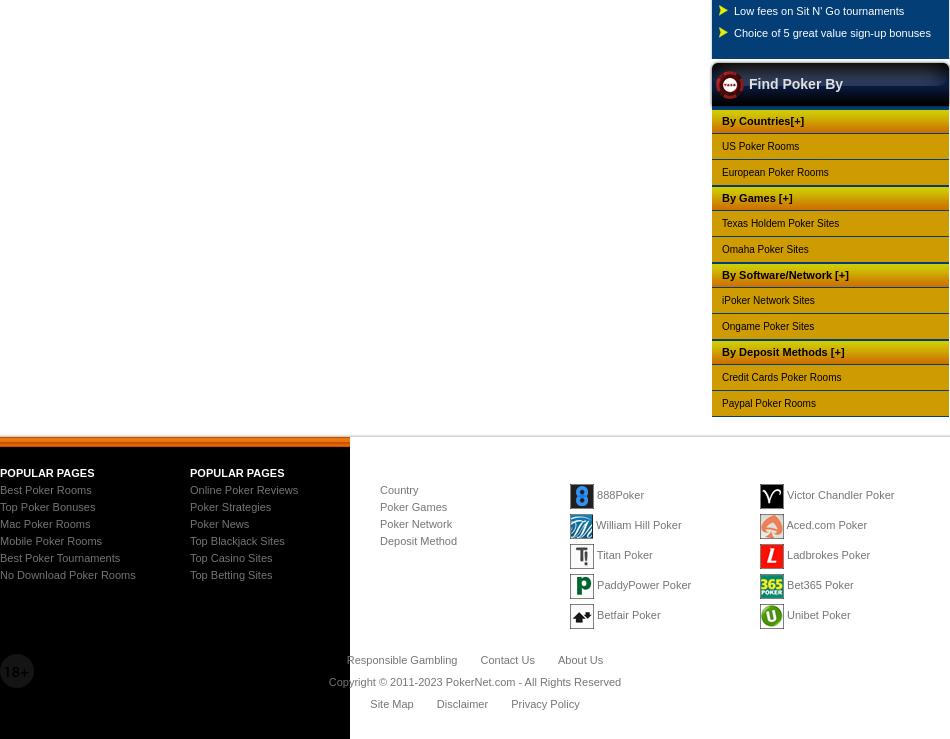  What do you see at coordinates (774, 171) in the screenshot?
I see `'European Poker Rooms'` at bounding box center [774, 171].